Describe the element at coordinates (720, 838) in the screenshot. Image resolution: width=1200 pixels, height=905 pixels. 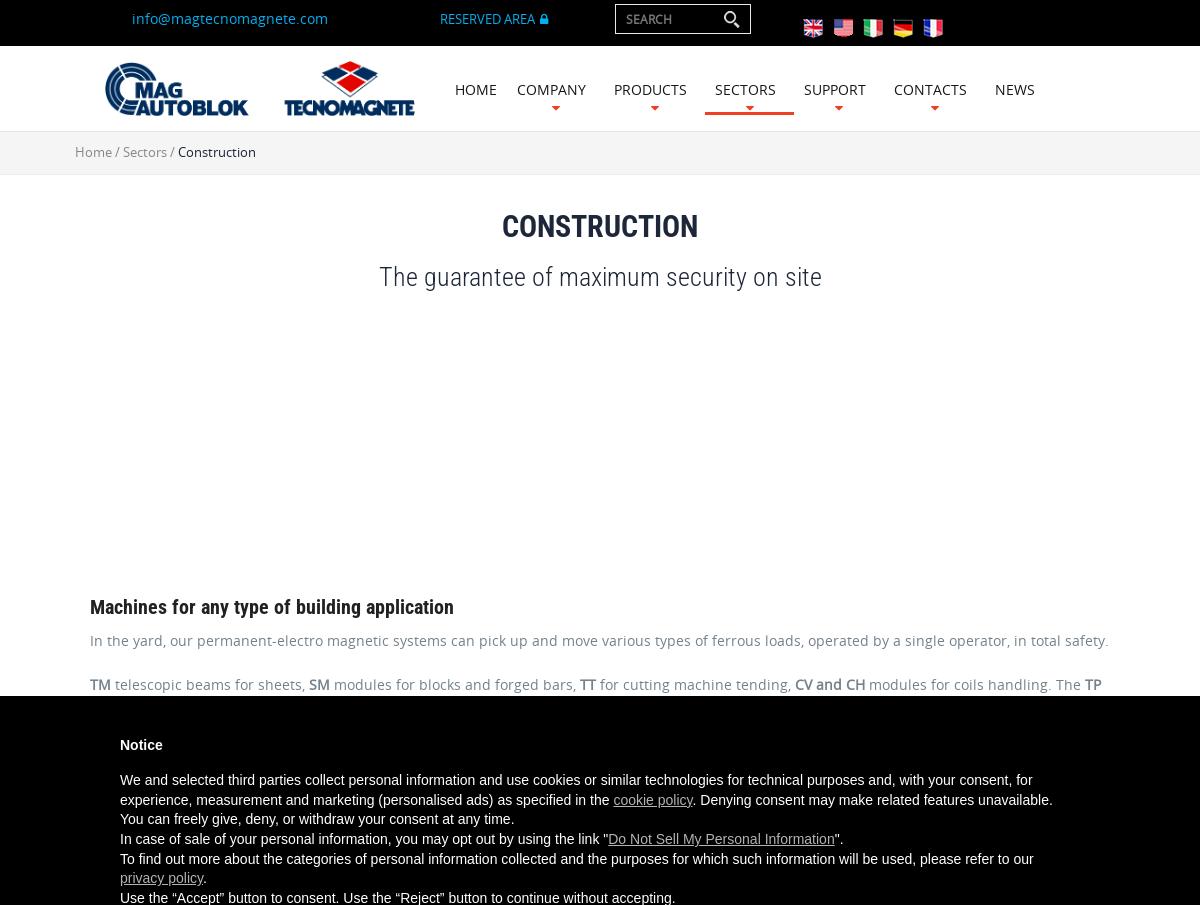
I see `'Do Not Sell My Personal Information'` at that location.